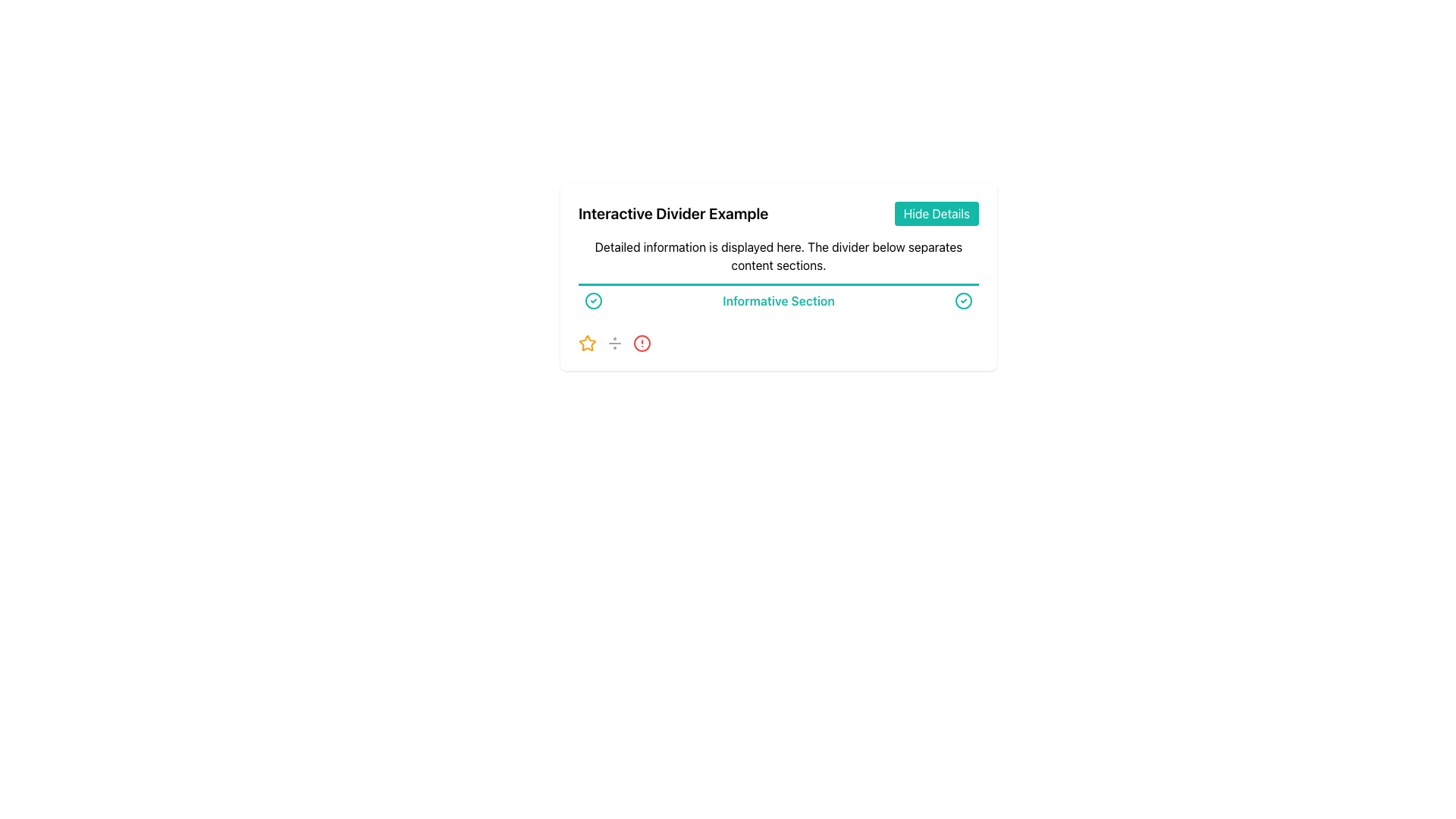 This screenshot has height=819, width=1456. What do you see at coordinates (779, 299) in the screenshot?
I see `the Decorative label bar, which is positioned below a descriptive paragraph and serves as a labeled divider within the interface` at bounding box center [779, 299].